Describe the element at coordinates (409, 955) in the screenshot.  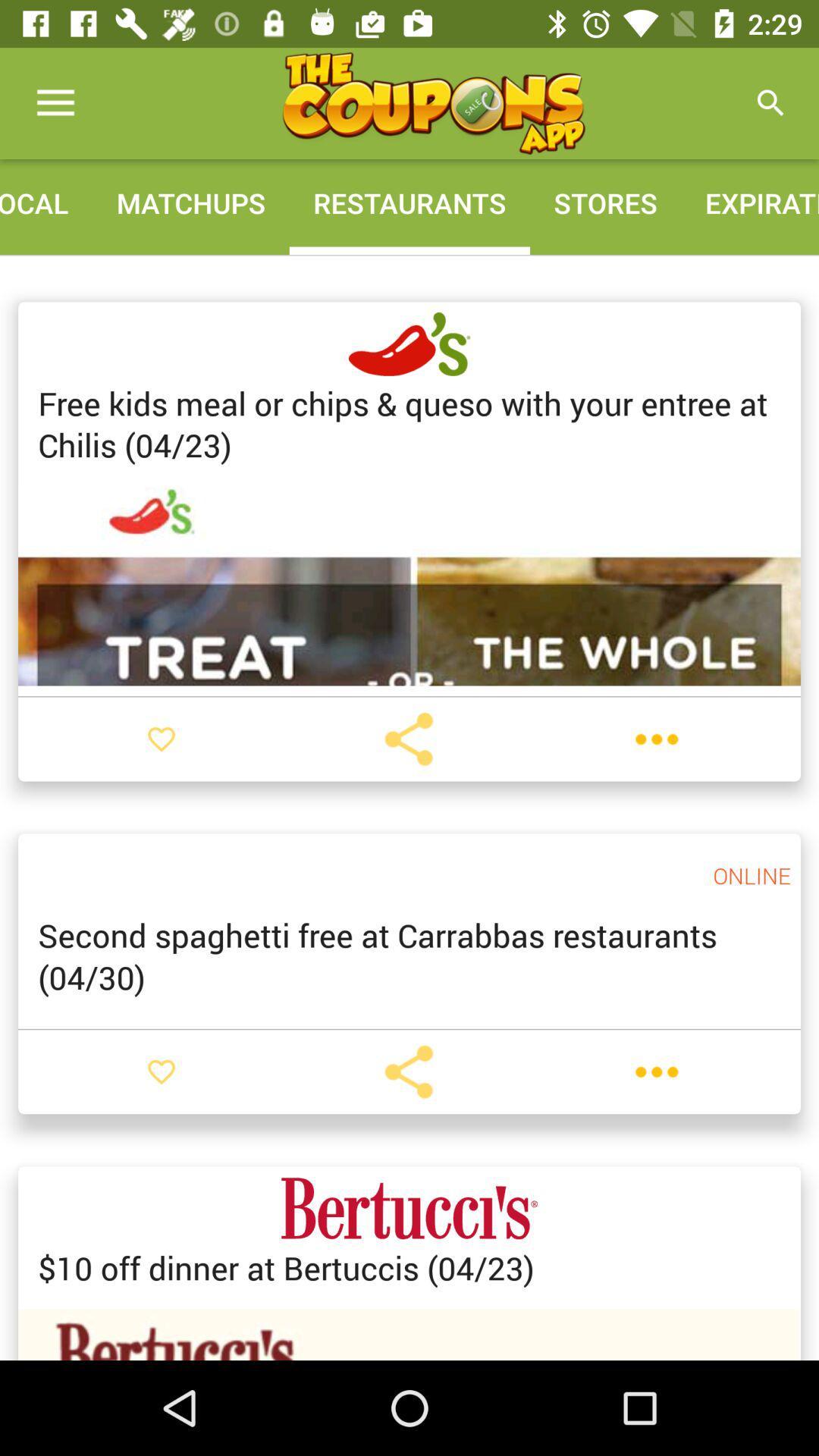
I see `the second spaghetti free item` at that location.